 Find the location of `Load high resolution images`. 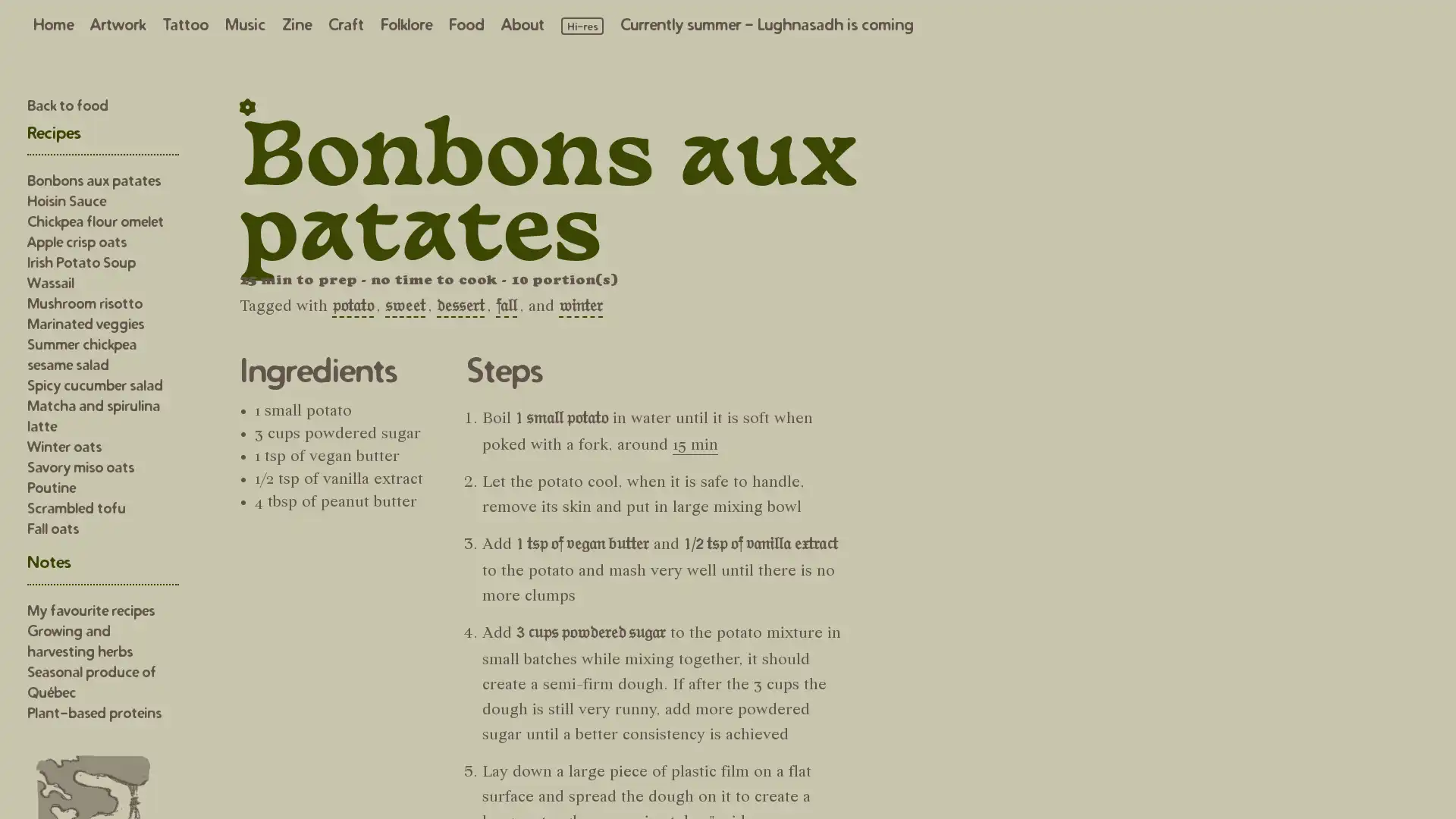

Load high resolution images is located at coordinates (582, 26).